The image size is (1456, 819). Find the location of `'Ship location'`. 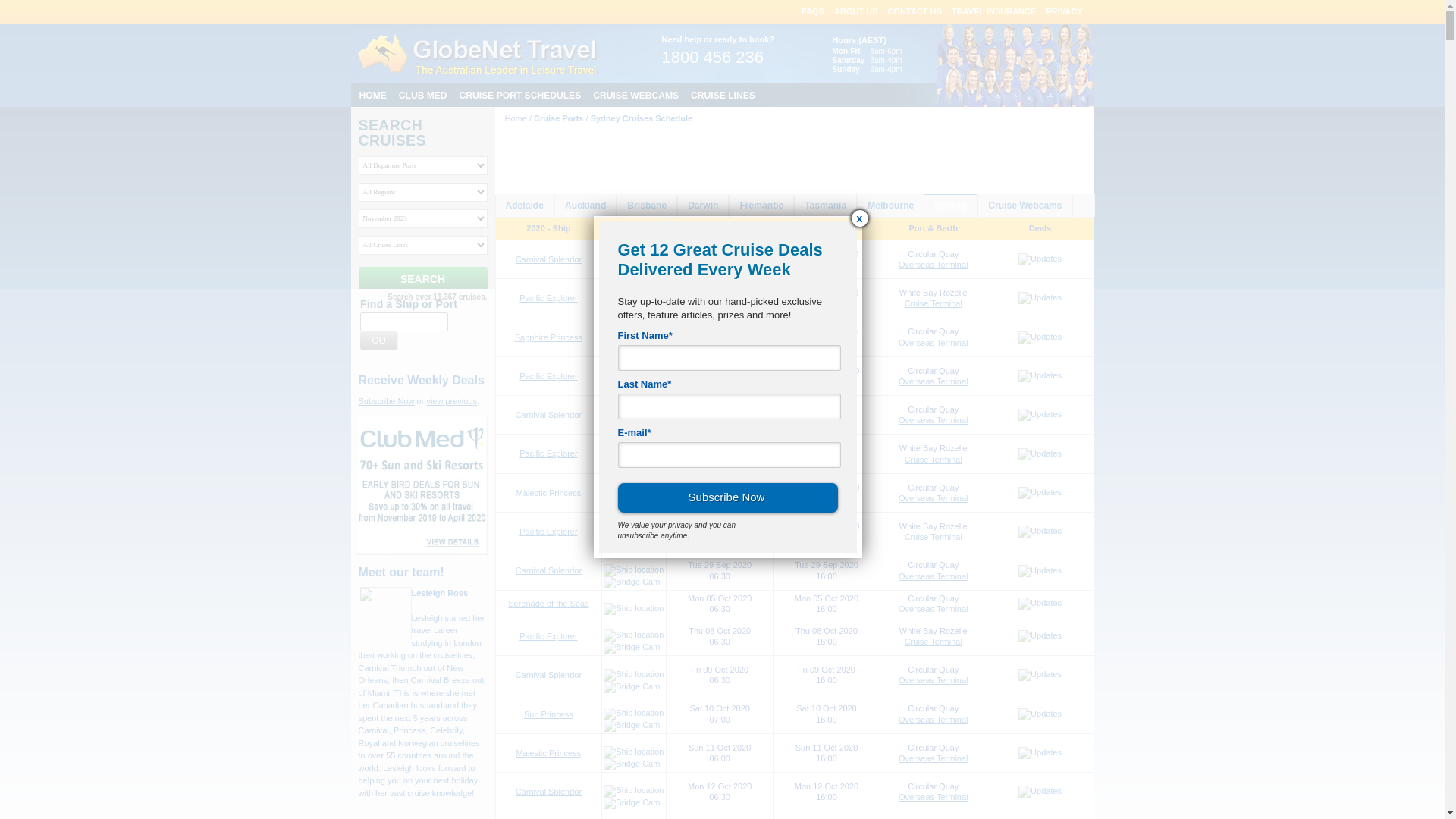

'Ship location' is located at coordinates (633, 752).